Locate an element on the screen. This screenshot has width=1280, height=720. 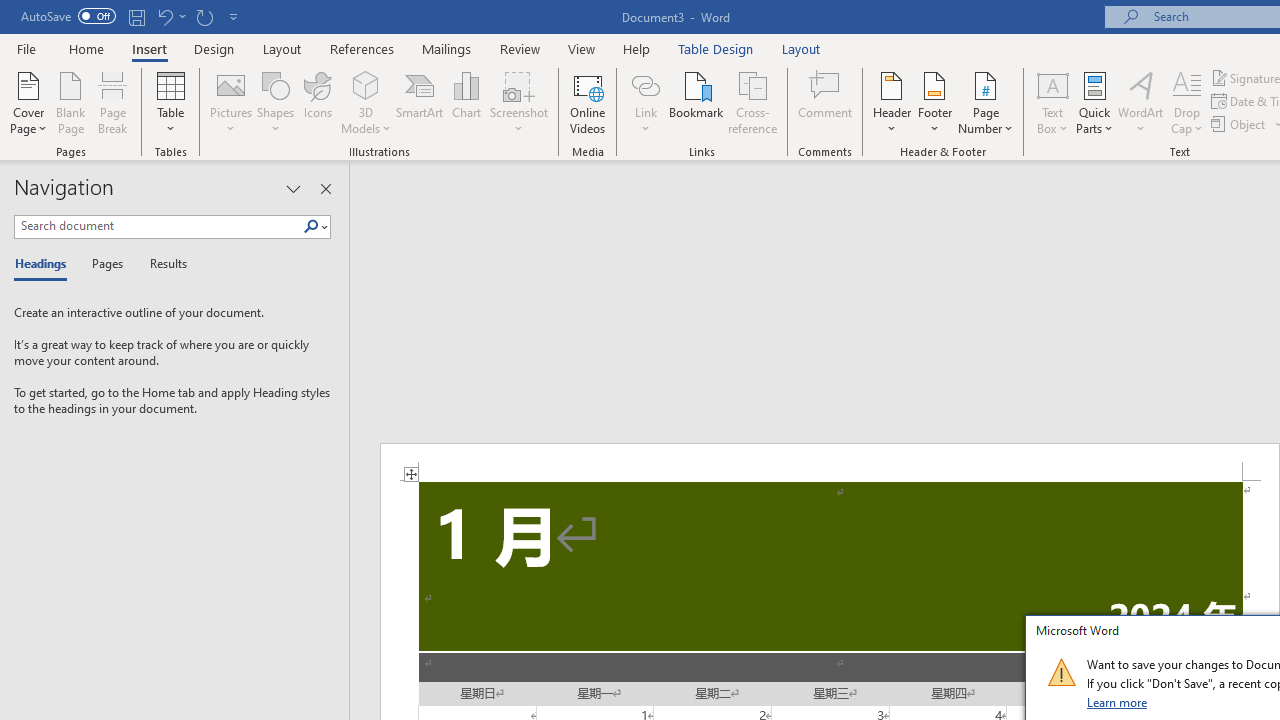
'Task Pane Options' is located at coordinates (292, 189).